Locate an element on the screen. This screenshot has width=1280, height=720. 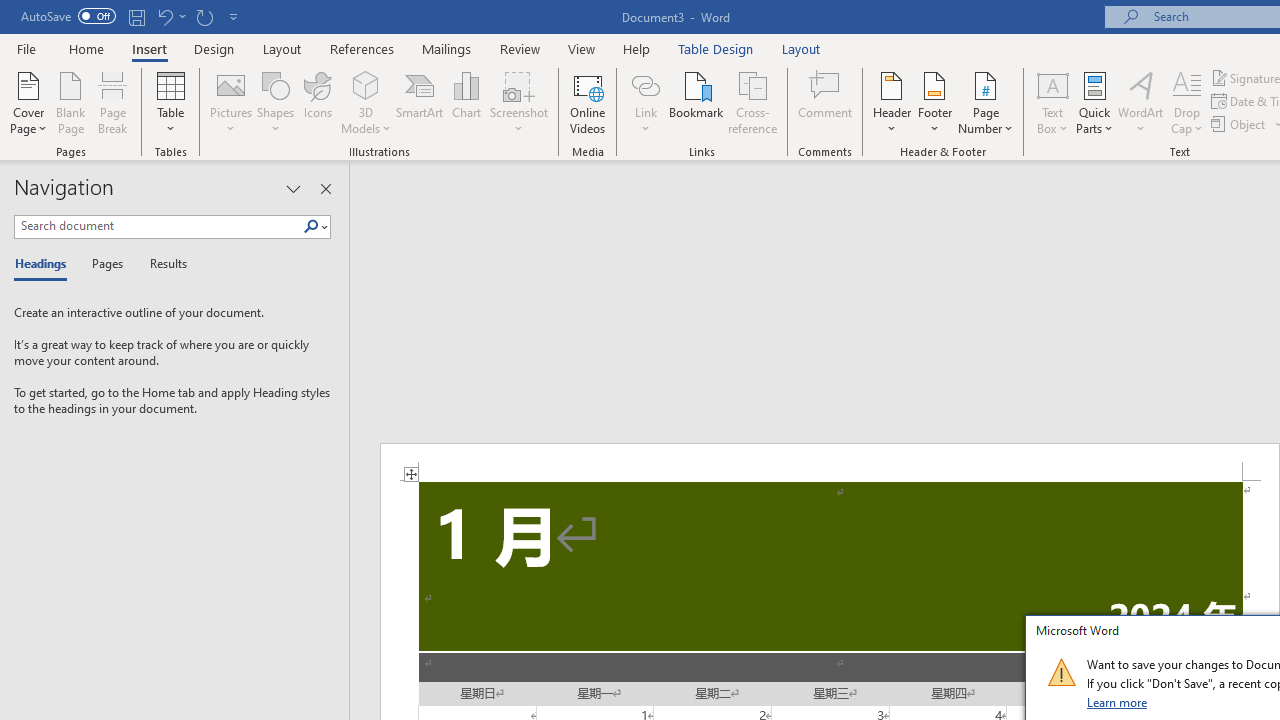
'Task Pane Options' is located at coordinates (292, 189).